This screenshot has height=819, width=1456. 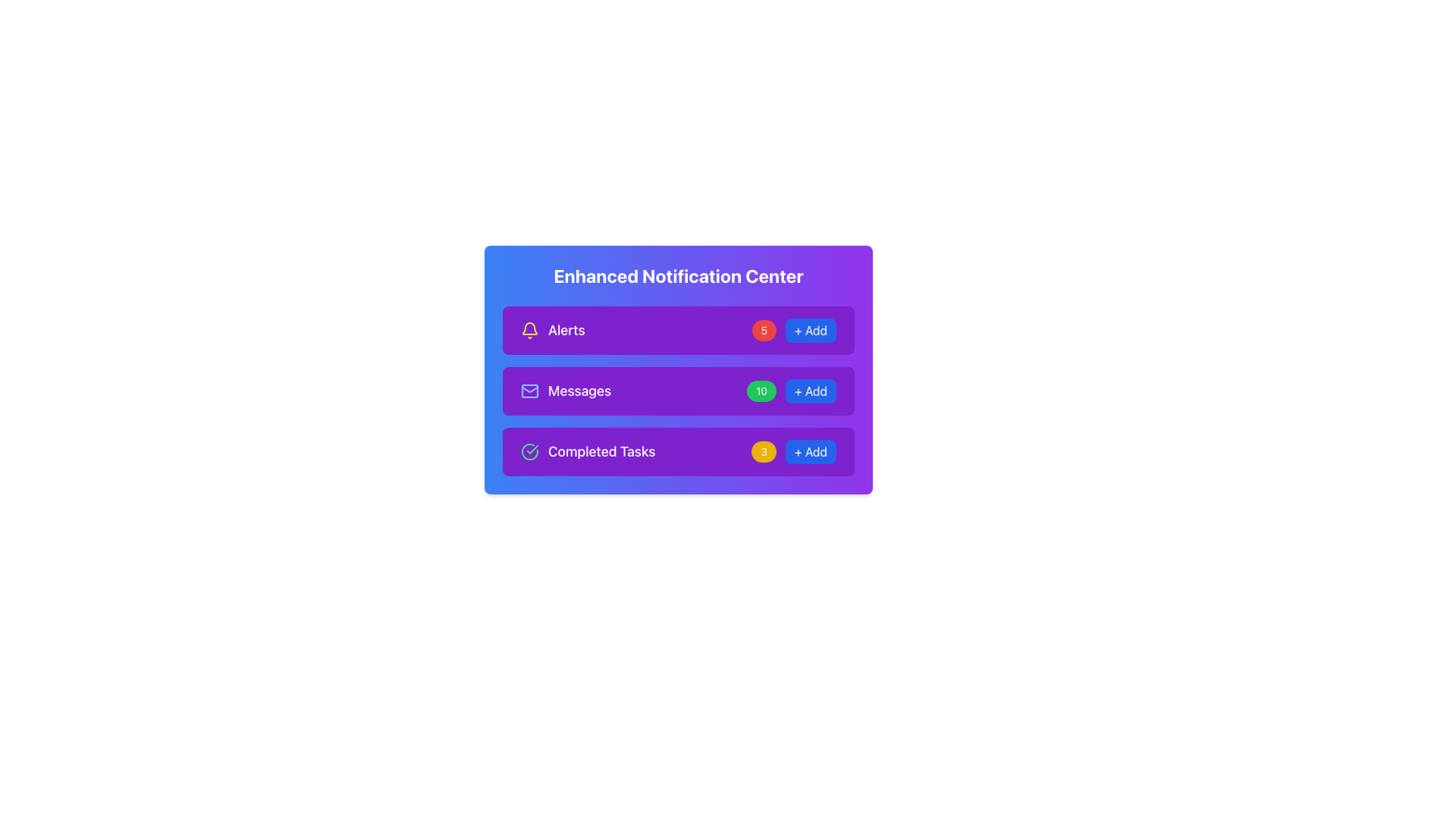 I want to click on the 'Messages' section indicator located in the second row under the 'Enhanced Notification Center', which visually groups the message-related contents, so click(x=565, y=391).